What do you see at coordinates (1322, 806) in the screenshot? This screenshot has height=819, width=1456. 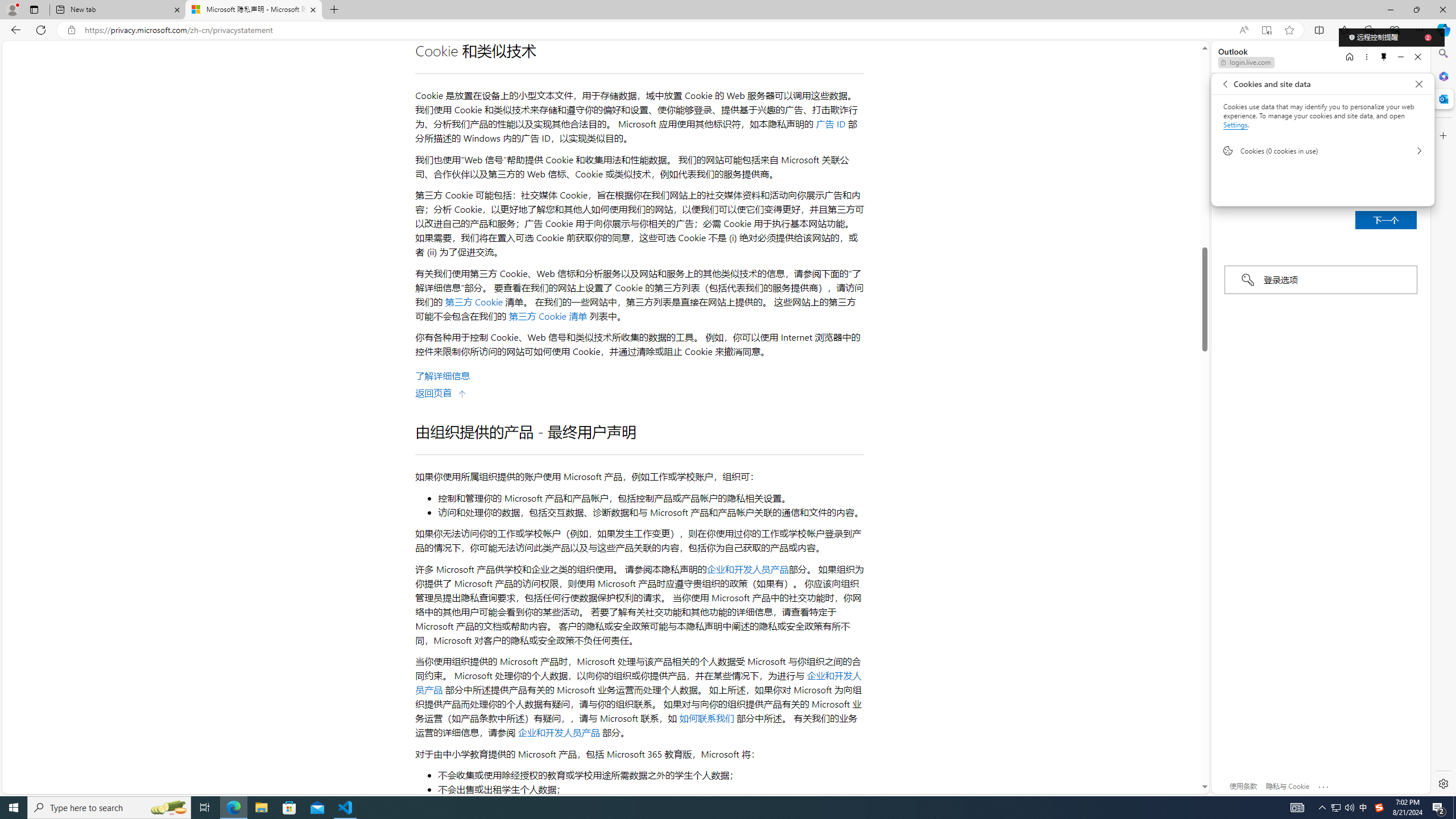 I see `'Notification Chevron'` at bounding box center [1322, 806].